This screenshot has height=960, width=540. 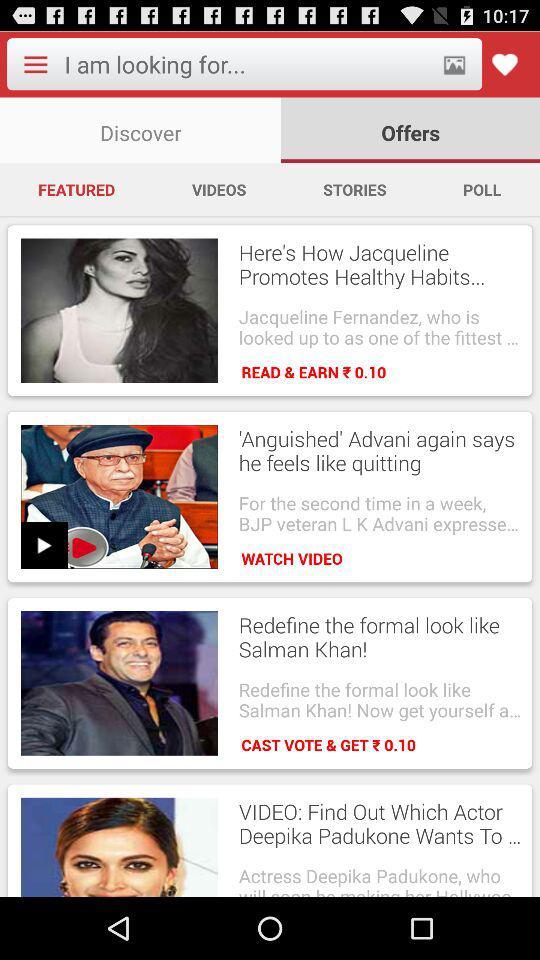 What do you see at coordinates (503, 64) in the screenshot?
I see `favorites` at bounding box center [503, 64].